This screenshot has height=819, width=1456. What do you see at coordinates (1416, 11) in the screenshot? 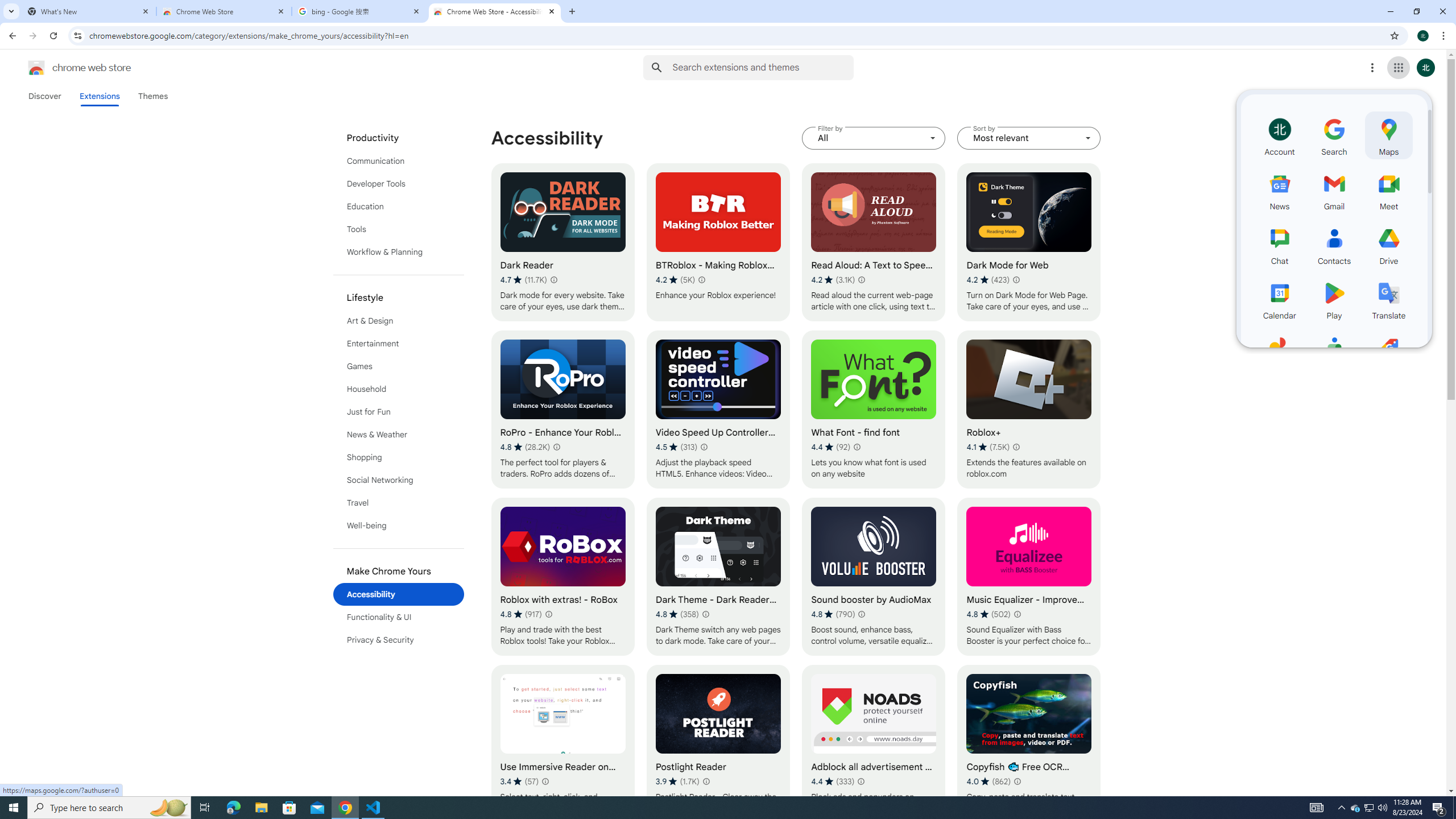
I see `'Restore'` at bounding box center [1416, 11].